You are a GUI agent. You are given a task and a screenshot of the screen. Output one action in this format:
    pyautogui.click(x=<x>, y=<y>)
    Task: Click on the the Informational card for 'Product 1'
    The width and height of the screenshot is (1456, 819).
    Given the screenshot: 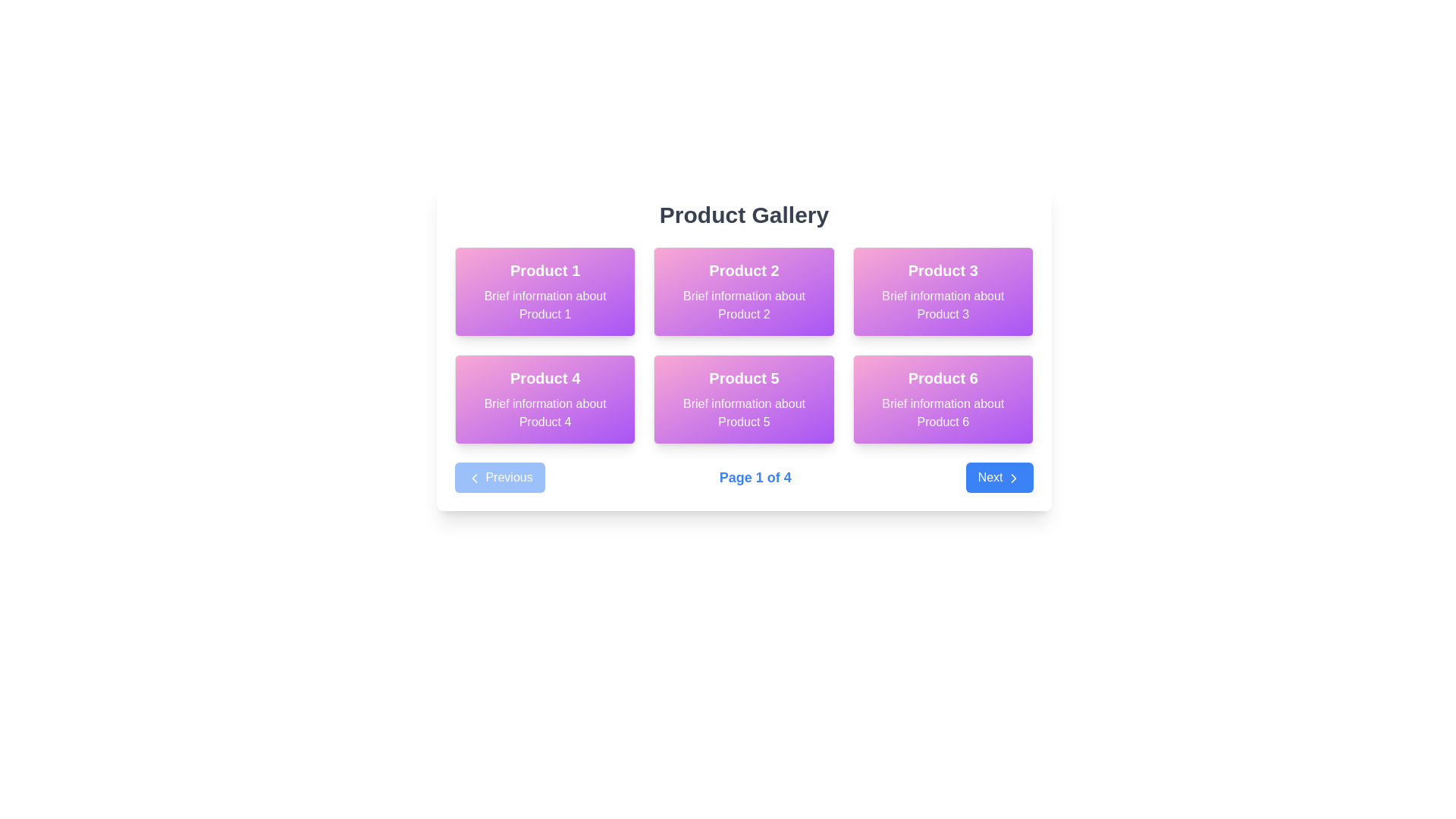 What is the action you would take?
    pyautogui.click(x=545, y=292)
    